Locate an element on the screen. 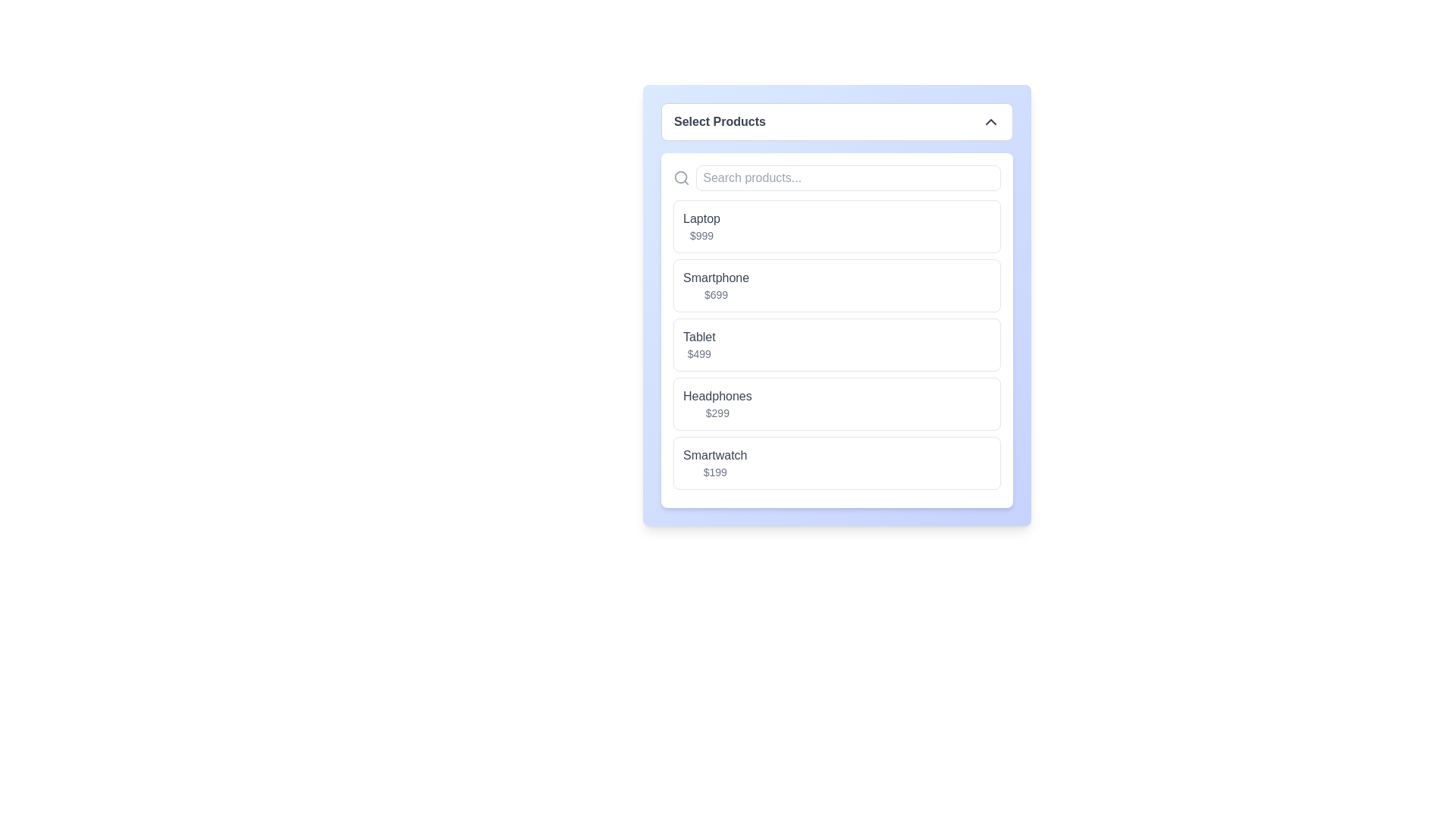 This screenshot has height=819, width=1456. text content of the 'Smartwatch' label located in the fifth entry of the product selection dropdown menu, positioned above the '$199' price is located at coordinates (714, 455).